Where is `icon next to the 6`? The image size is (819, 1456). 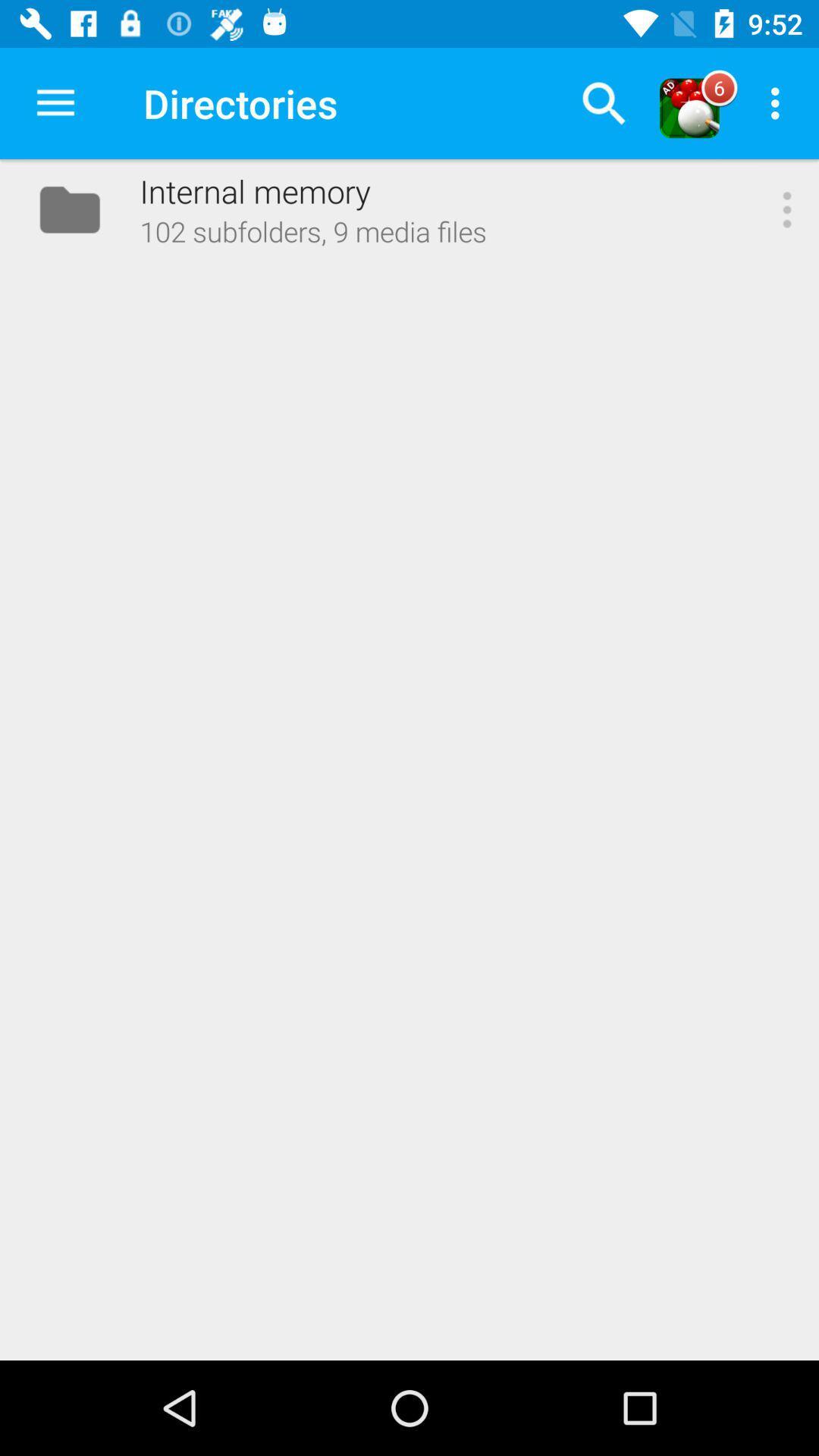 icon next to the 6 is located at coordinates (779, 102).